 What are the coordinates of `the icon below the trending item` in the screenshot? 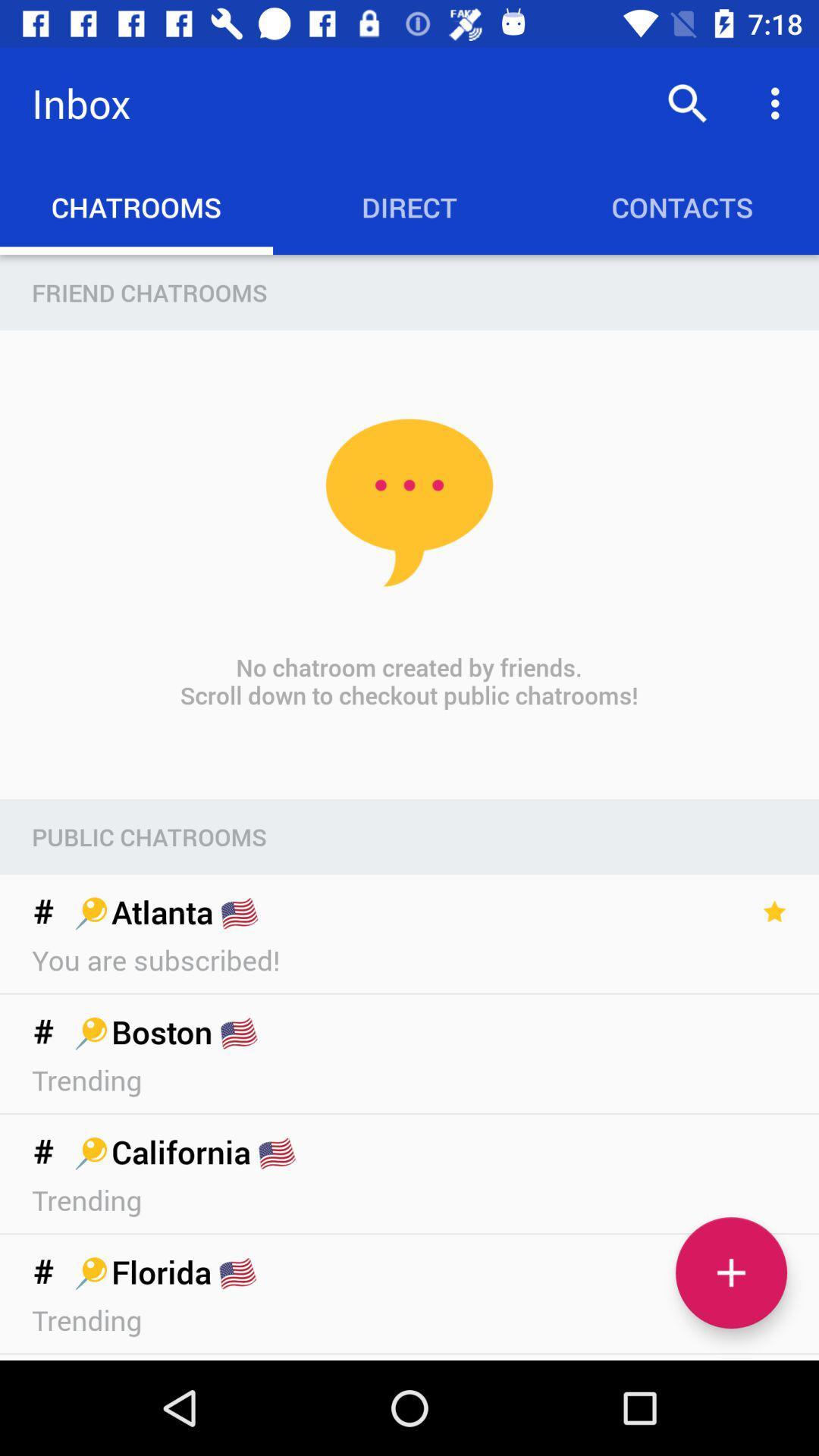 It's located at (730, 1272).